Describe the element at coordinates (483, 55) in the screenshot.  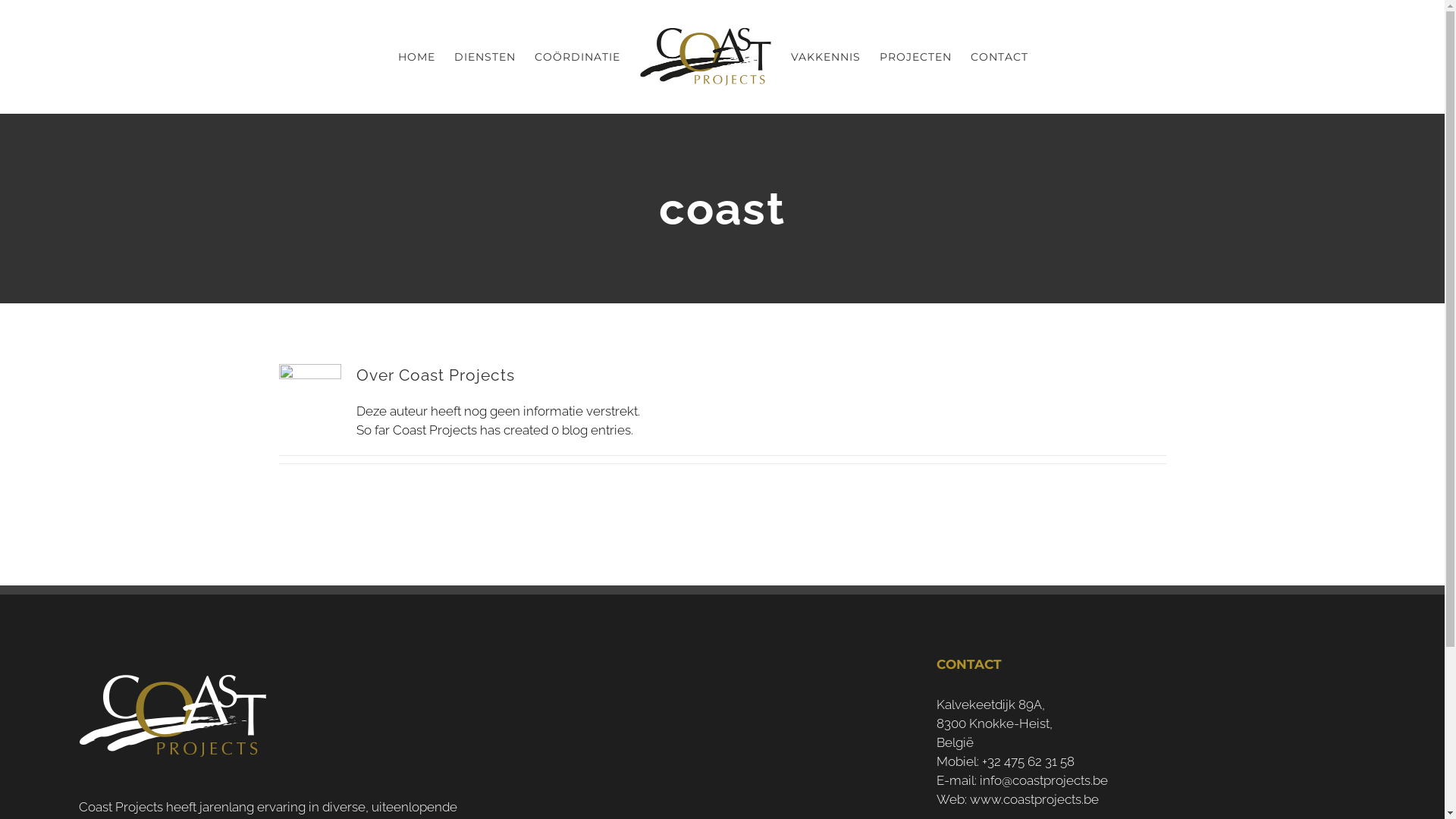
I see `'DIENSTEN'` at that location.